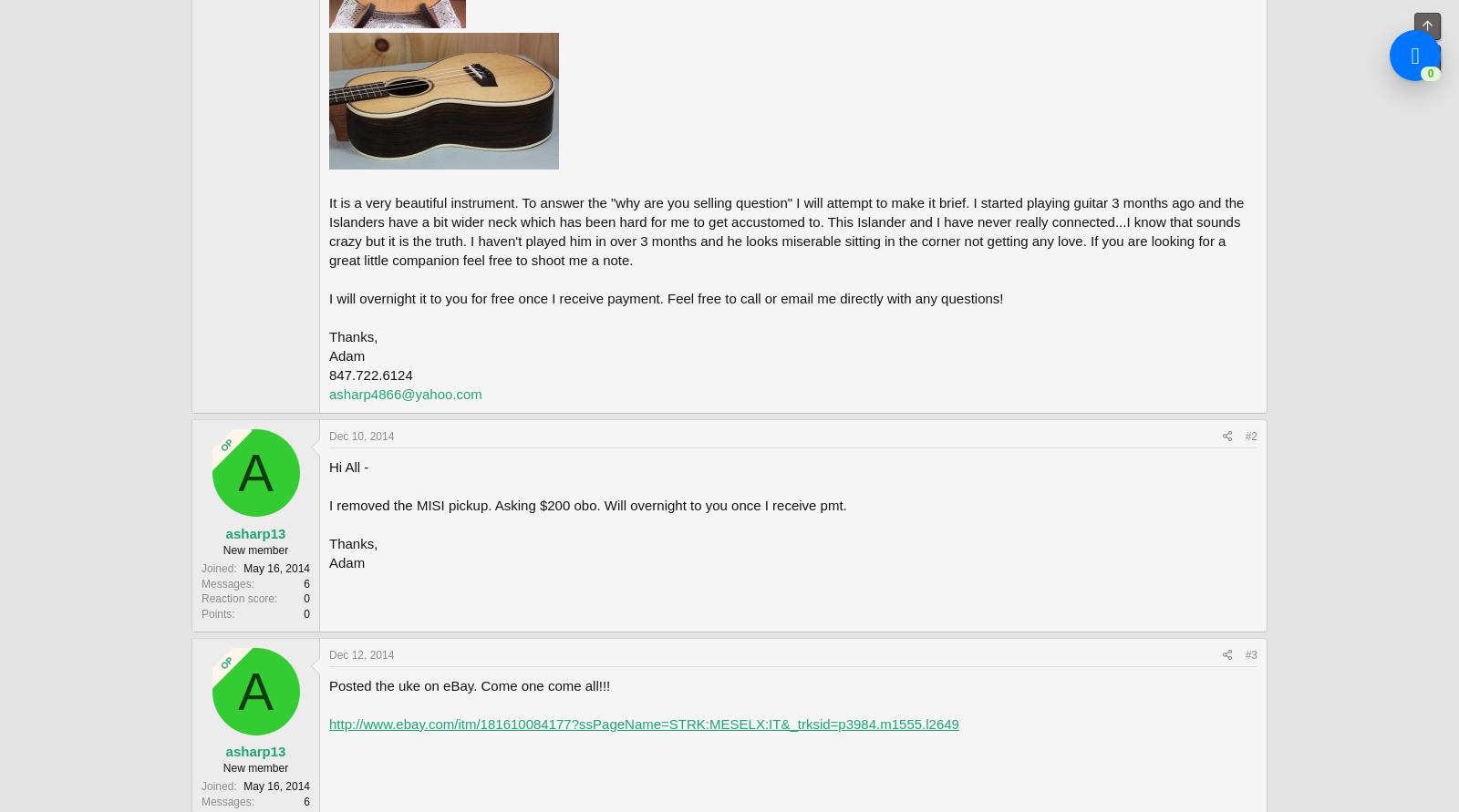  I want to click on 'I removed the MISI pickup.  Asking $200 obo.  Will overnight to you once I receive pmt.', so click(587, 505).